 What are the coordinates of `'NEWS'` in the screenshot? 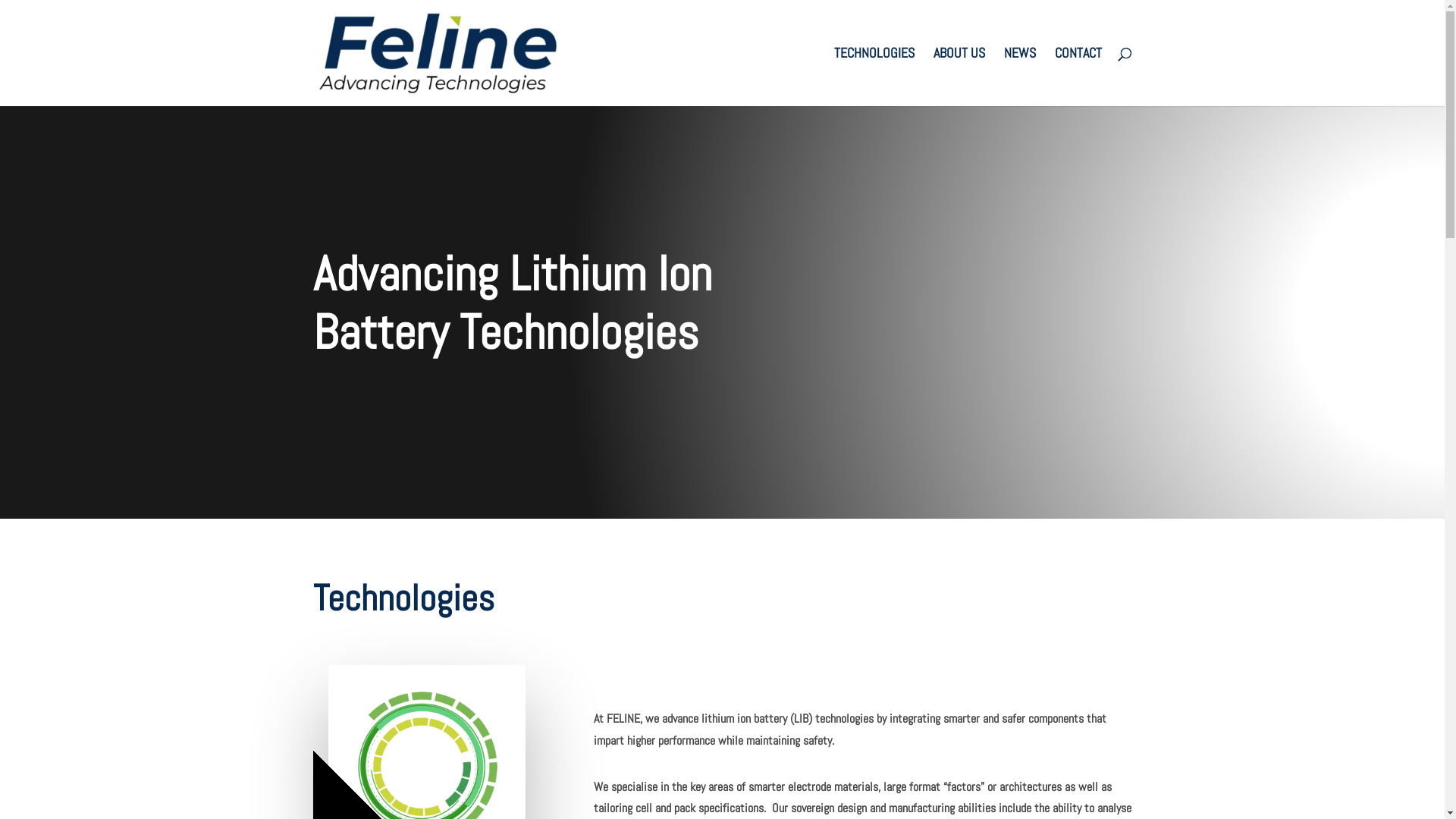 It's located at (1004, 77).